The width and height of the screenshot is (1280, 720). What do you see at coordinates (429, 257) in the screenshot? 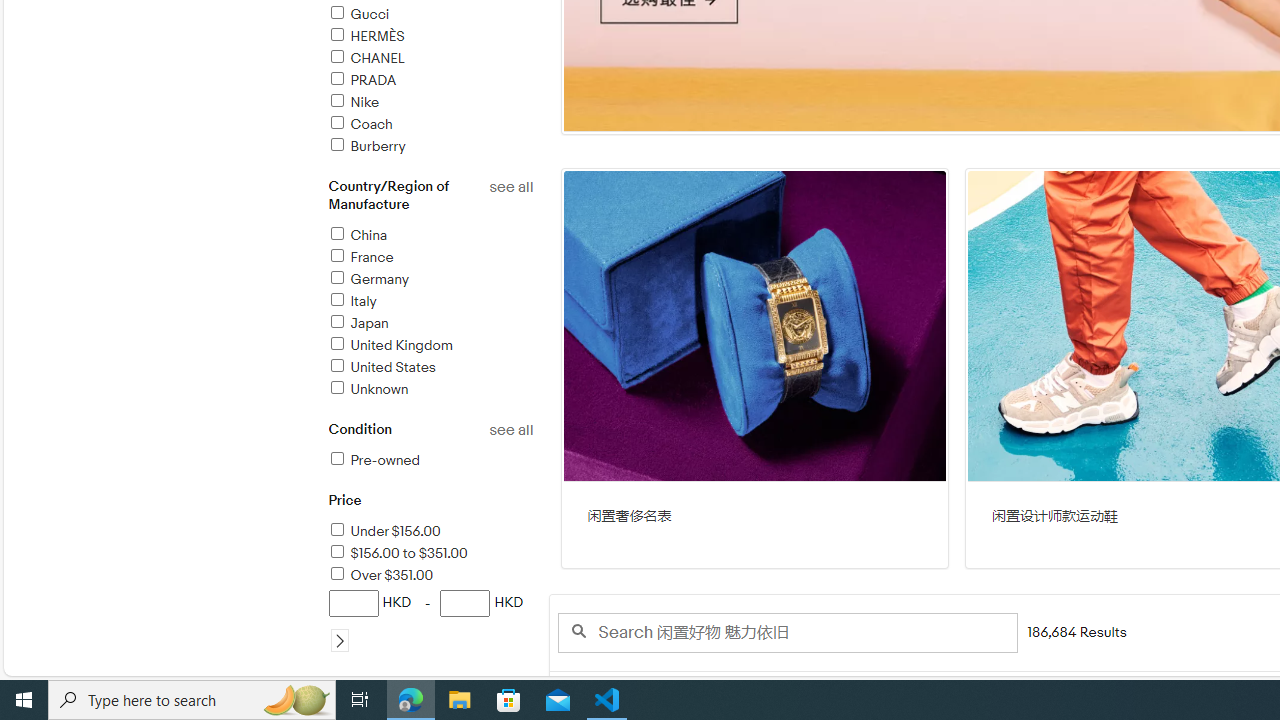
I see `'France'` at bounding box center [429, 257].